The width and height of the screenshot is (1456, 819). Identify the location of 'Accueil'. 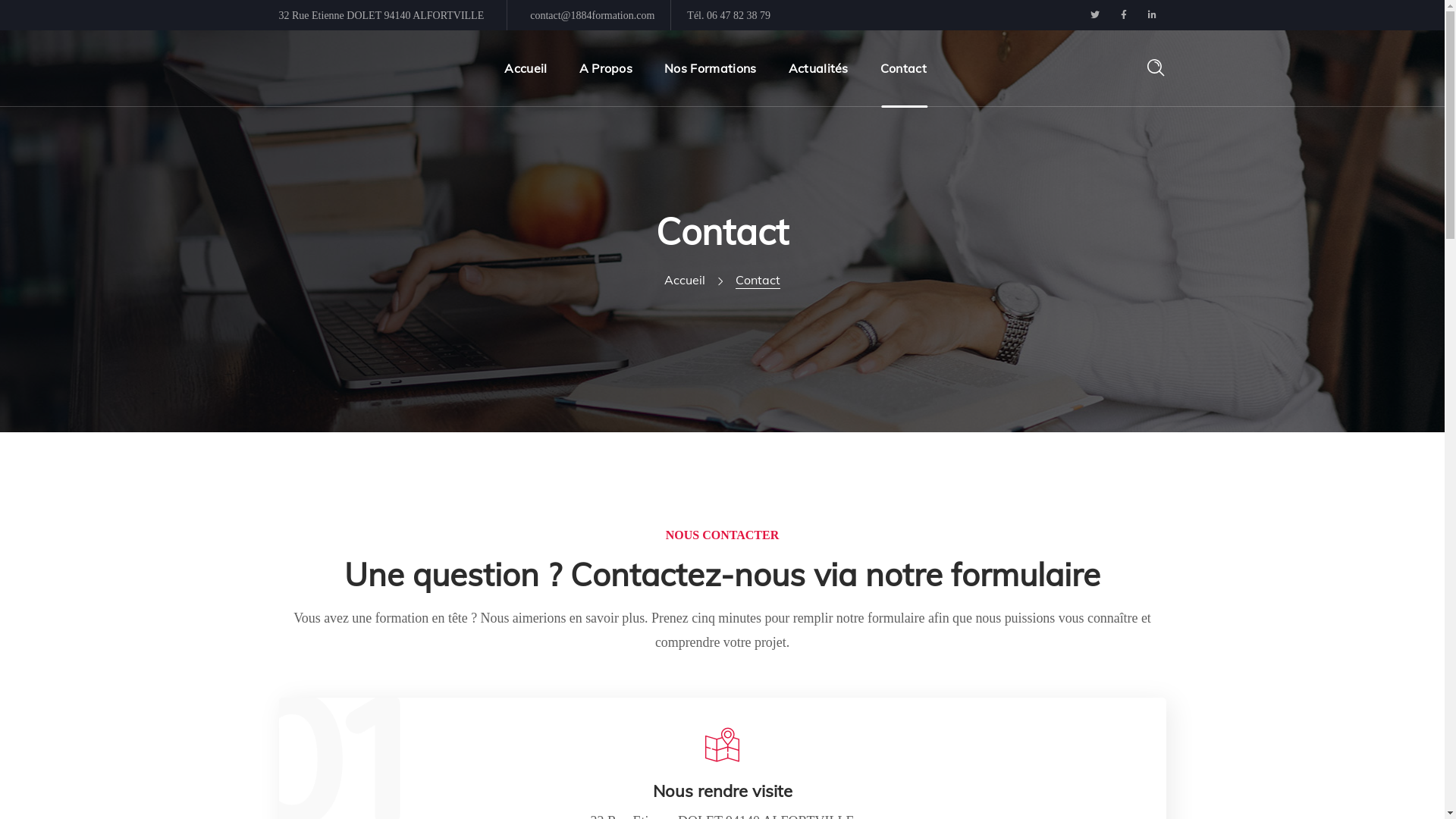
(683, 280).